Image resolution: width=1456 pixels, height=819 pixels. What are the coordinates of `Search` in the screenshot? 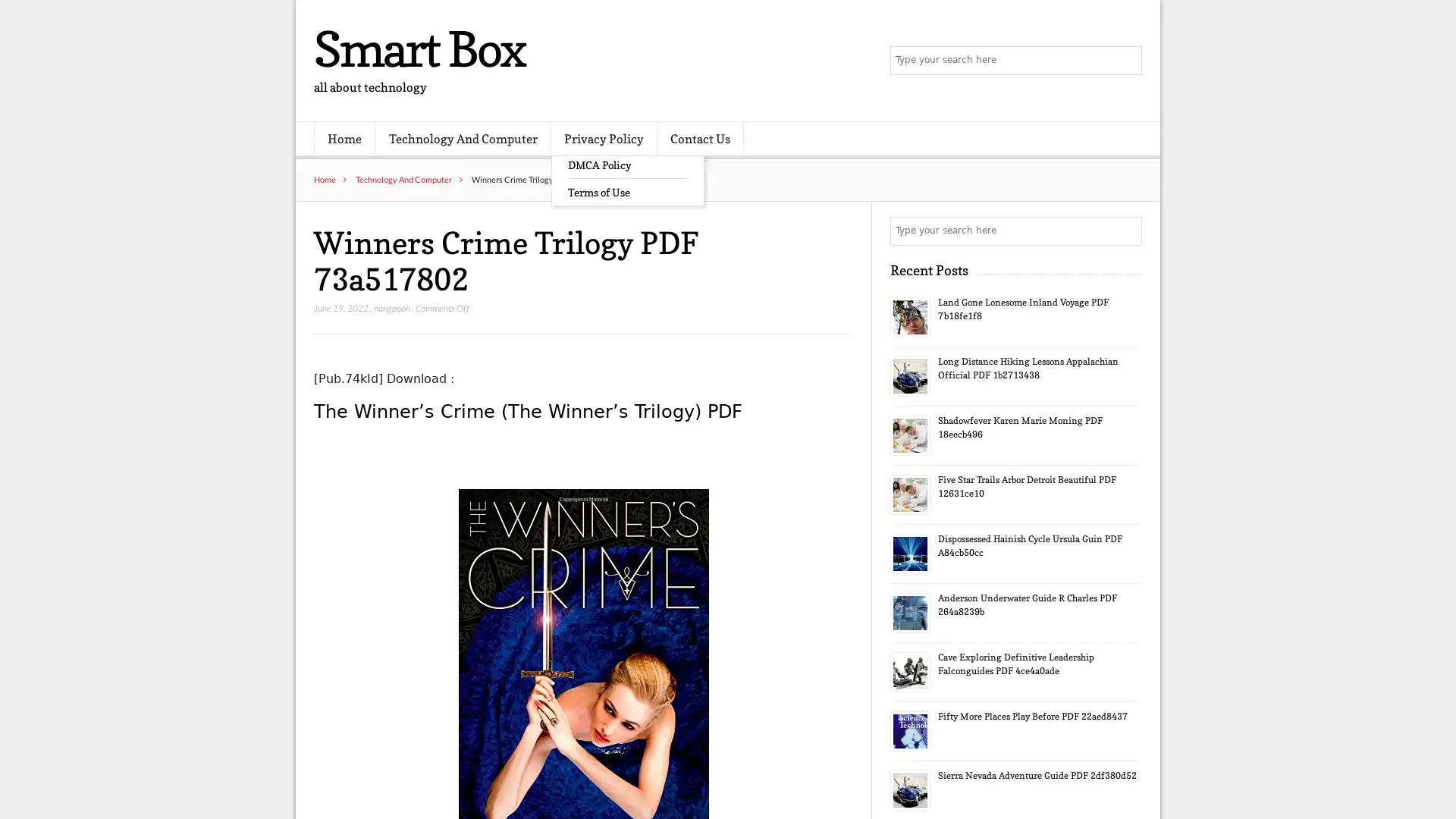 It's located at (1126, 231).